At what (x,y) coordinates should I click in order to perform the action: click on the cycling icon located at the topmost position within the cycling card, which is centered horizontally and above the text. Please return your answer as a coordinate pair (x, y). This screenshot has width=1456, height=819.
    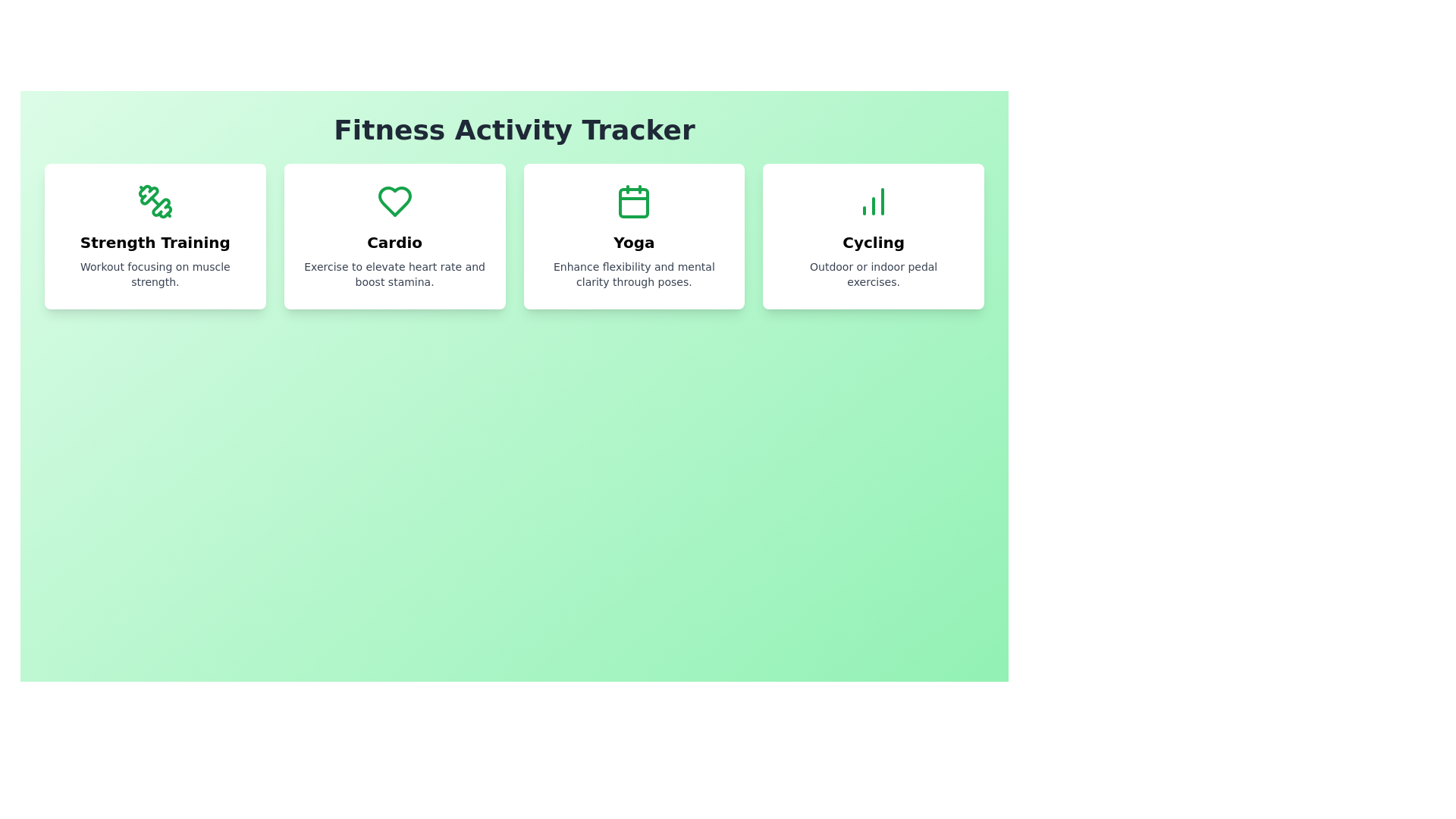
    Looking at the image, I should click on (874, 201).